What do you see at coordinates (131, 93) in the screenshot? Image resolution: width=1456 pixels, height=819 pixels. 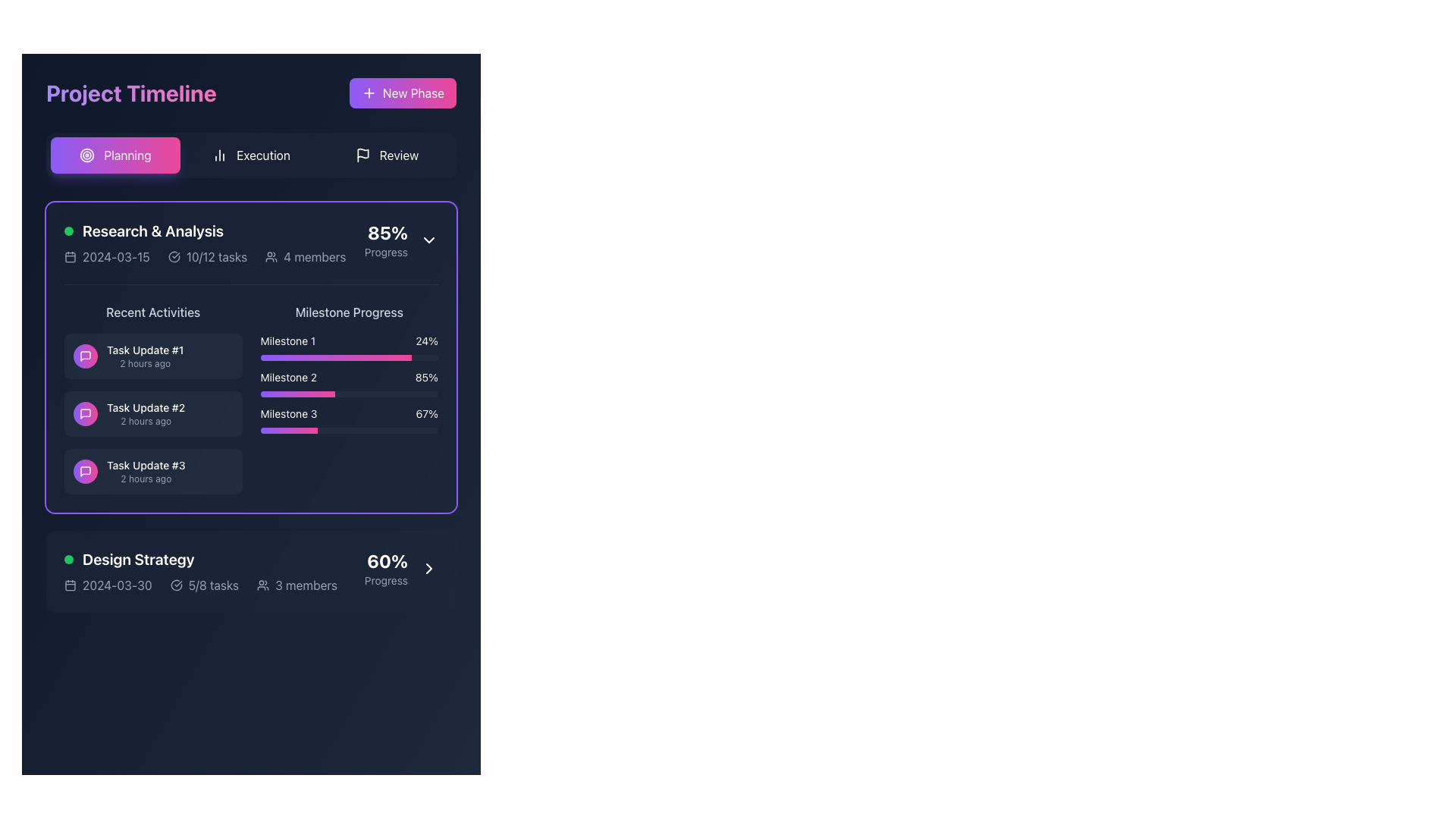 I see `the bold, large-sized text heading that reads 'Project Timeline', which features a gradient color style transitioning from violet to pink, located in the upper-left section of the interface` at bounding box center [131, 93].